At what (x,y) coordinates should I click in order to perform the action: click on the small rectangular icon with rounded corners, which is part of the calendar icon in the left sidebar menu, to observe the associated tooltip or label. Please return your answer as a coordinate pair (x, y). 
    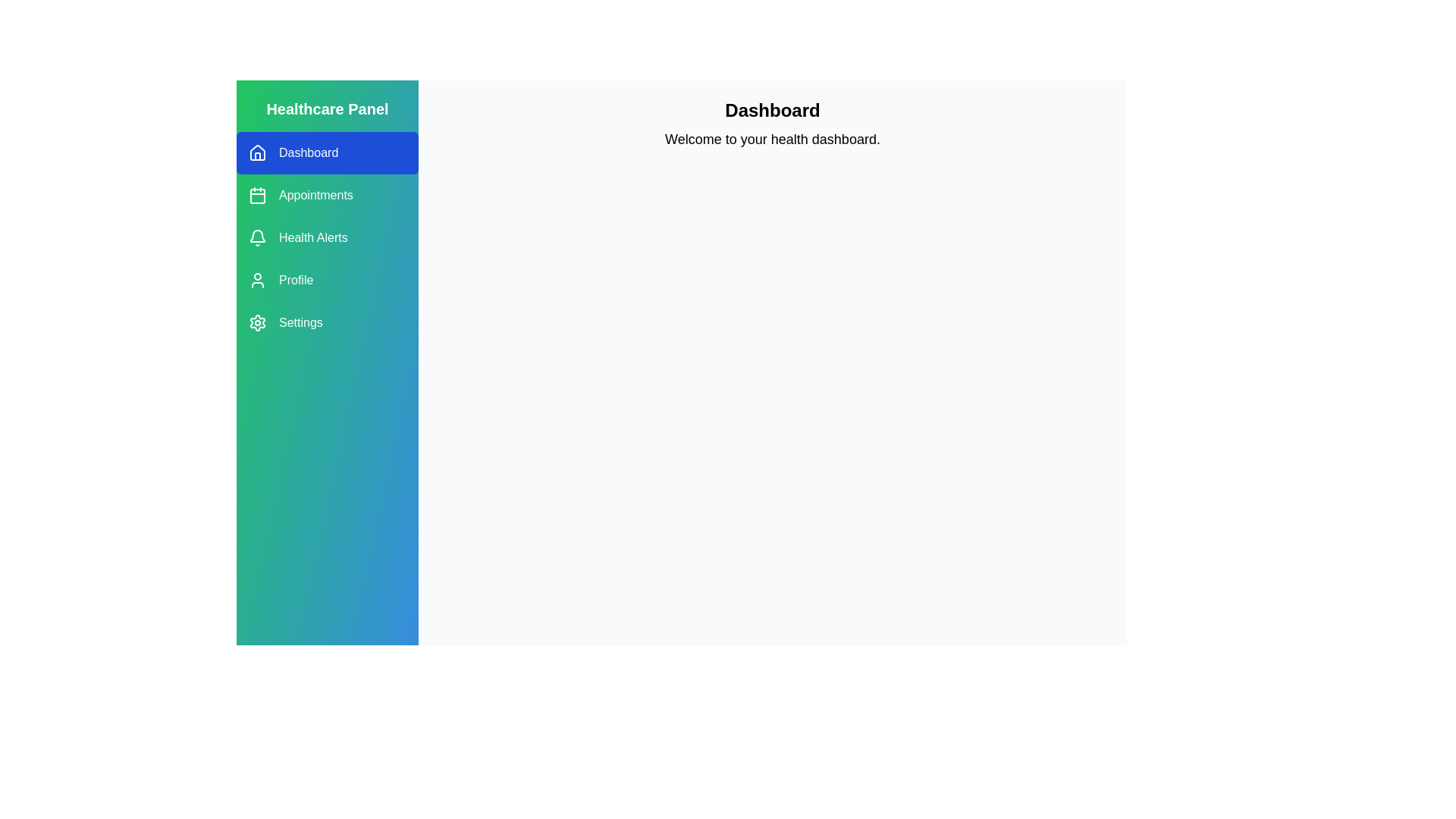
    Looking at the image, I should click on (258, 195).